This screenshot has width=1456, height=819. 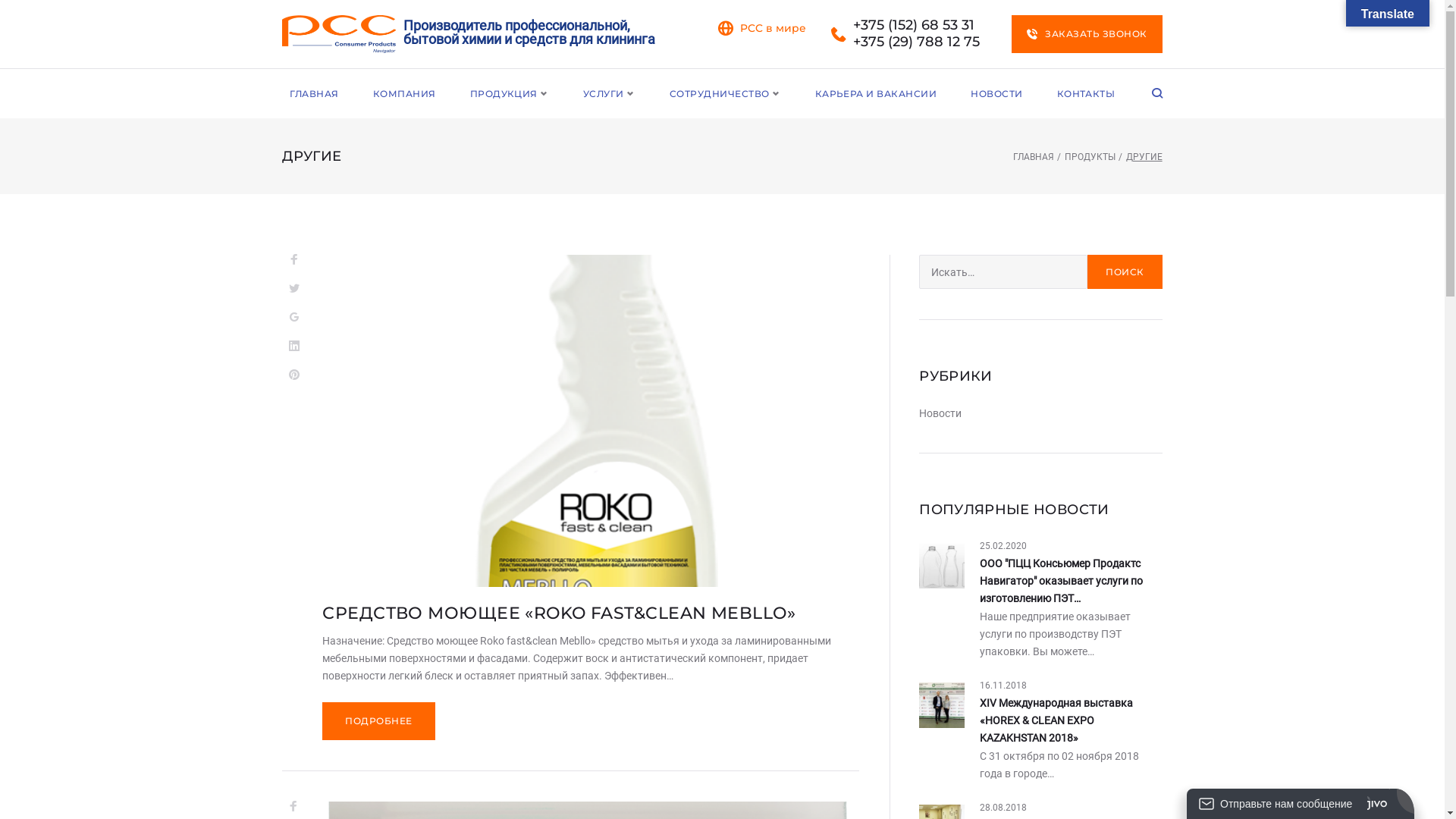 What do you see at coordinates (1003, 546) in the screenshot?
I see `'25.02.2020'` at bounding box center [1003, 546].